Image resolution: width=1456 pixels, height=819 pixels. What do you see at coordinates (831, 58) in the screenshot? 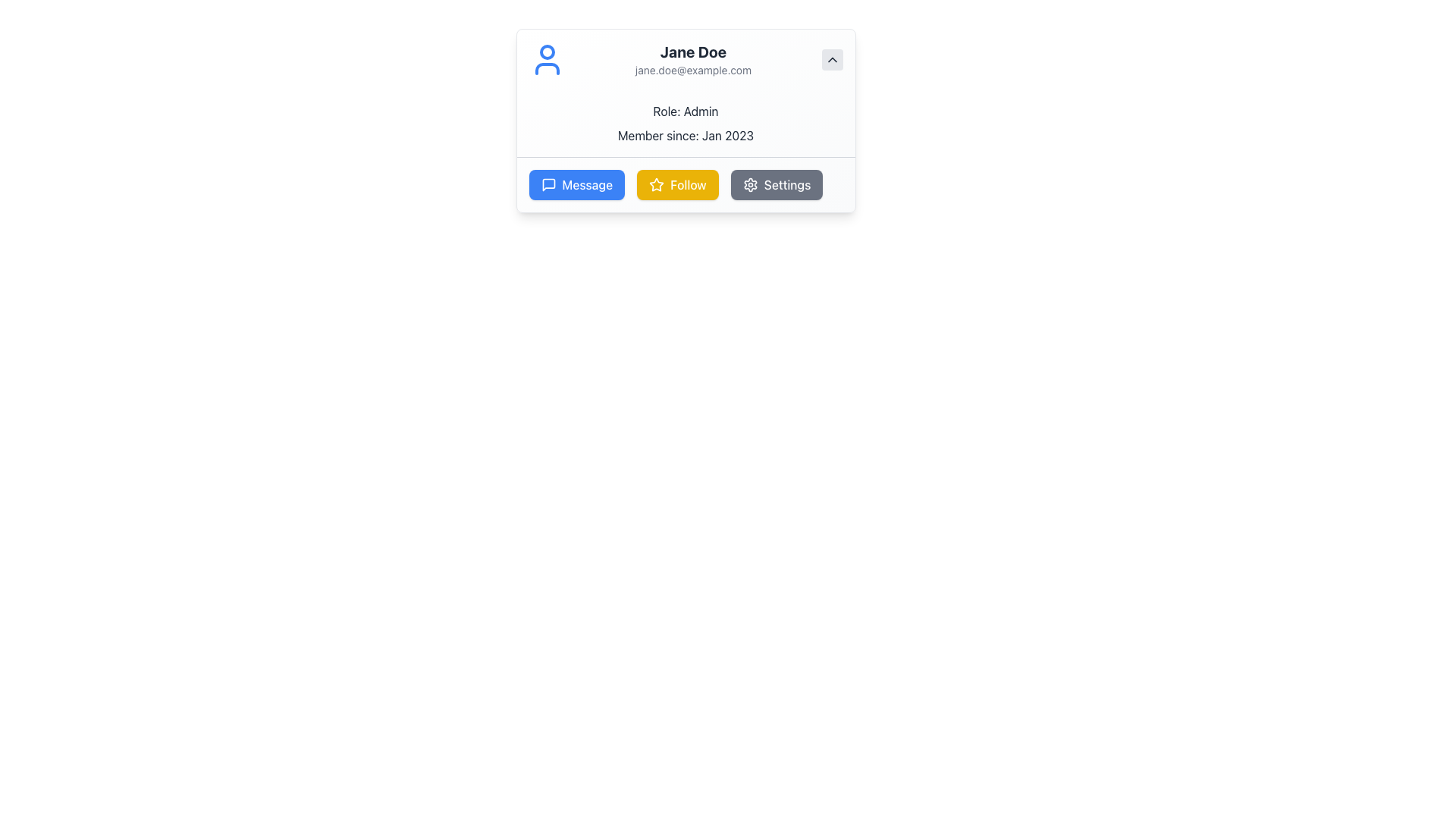
I see `the rectangular button with a light gray background and an upward chevron icon located at the top-right of the user details section containing 'Jane Doe' and 'jane.doe@example.com'` at bounding box center [831, 58].